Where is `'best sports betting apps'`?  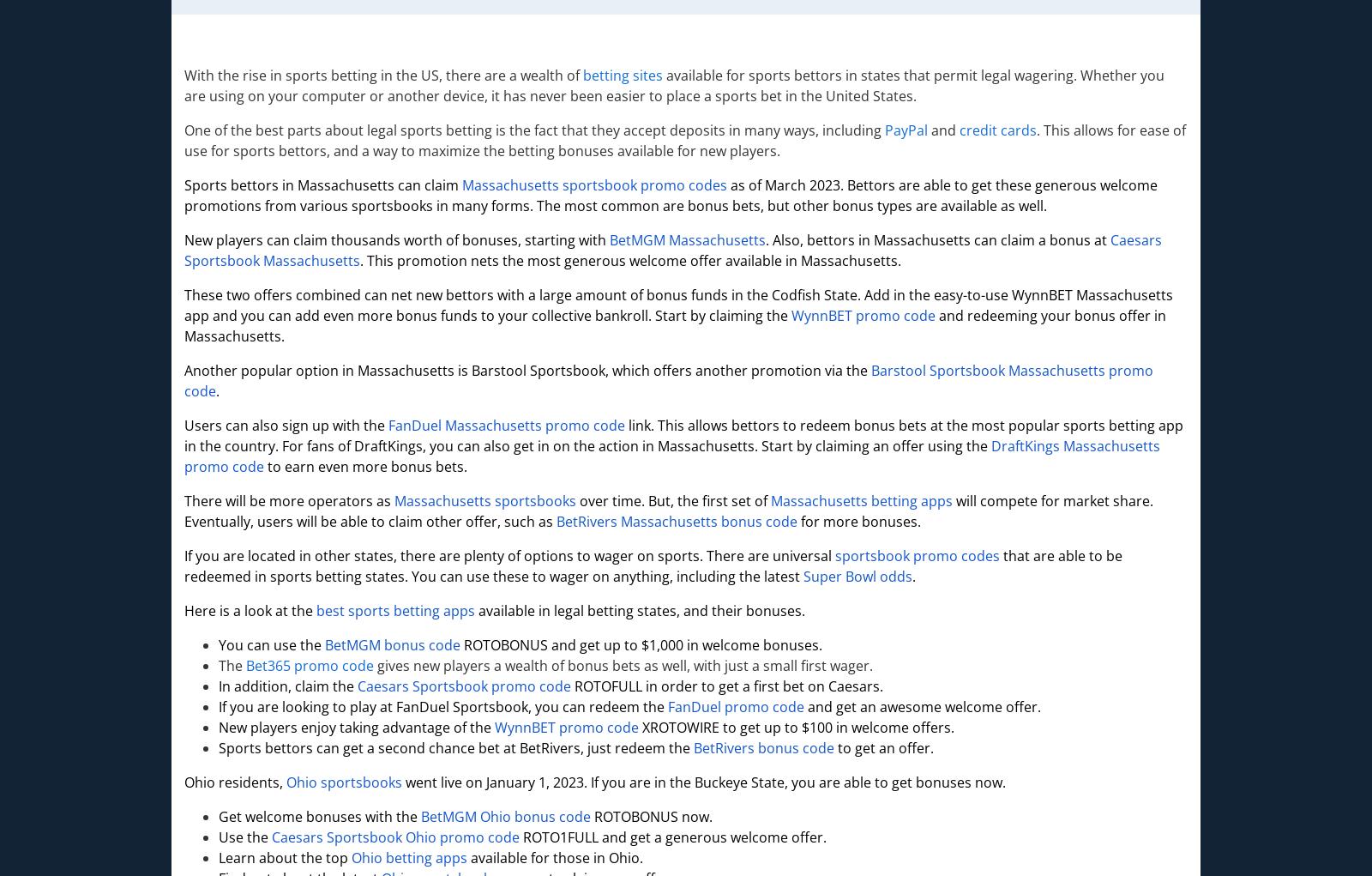 'best sports betting apps' is located at coordinates (394, 610).